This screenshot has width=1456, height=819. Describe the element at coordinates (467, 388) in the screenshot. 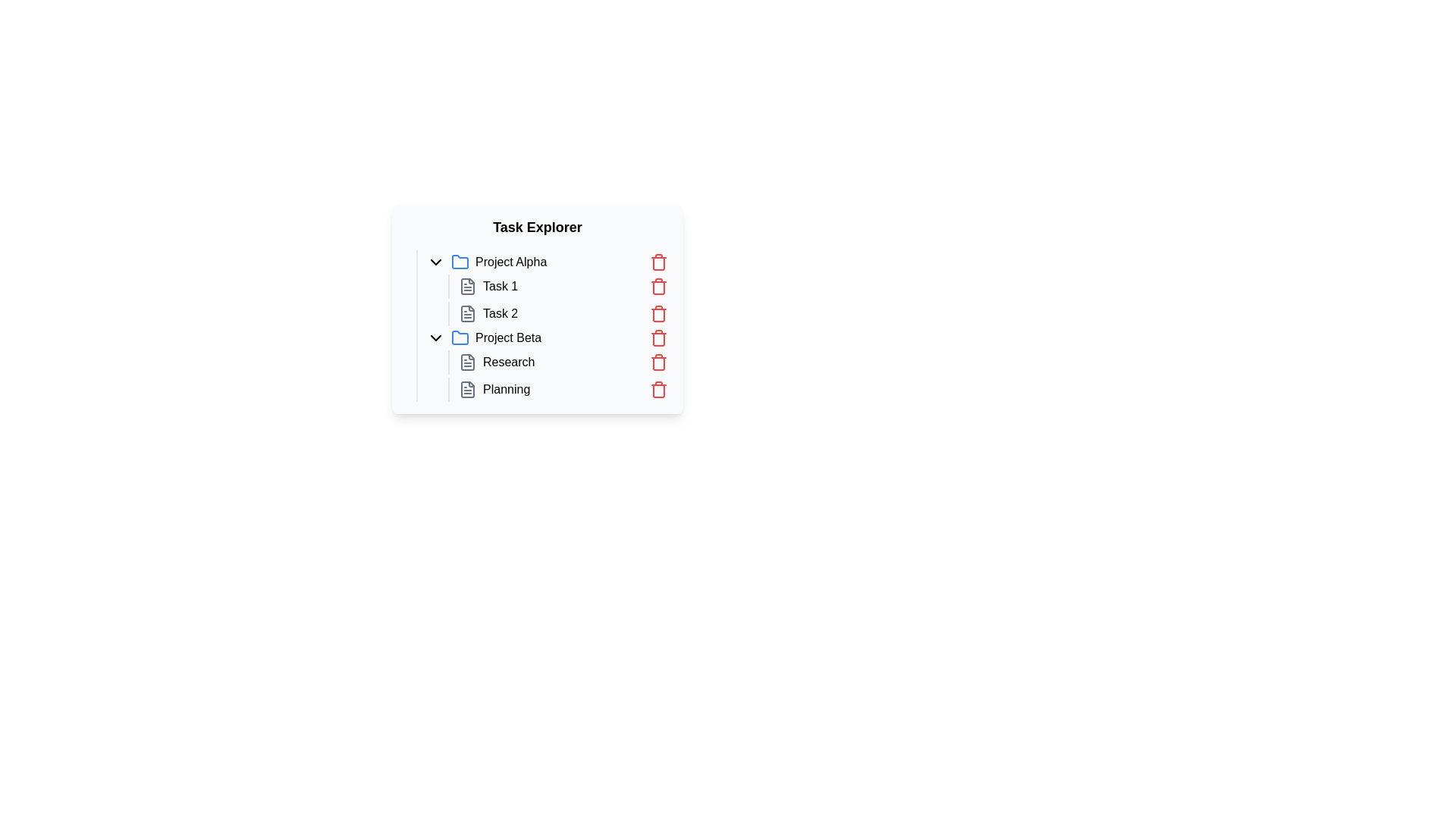

I see `the file icon representing the 'Planning' document, which is located immediately to the left of the text labeled 'Planning' under the 'Project Beta' folder` at that location.